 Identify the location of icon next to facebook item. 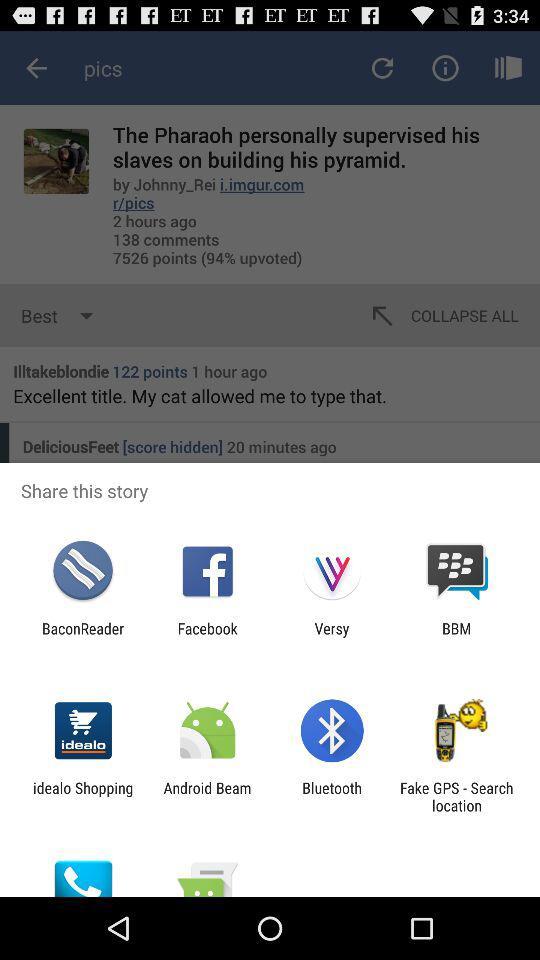
(332, 636).